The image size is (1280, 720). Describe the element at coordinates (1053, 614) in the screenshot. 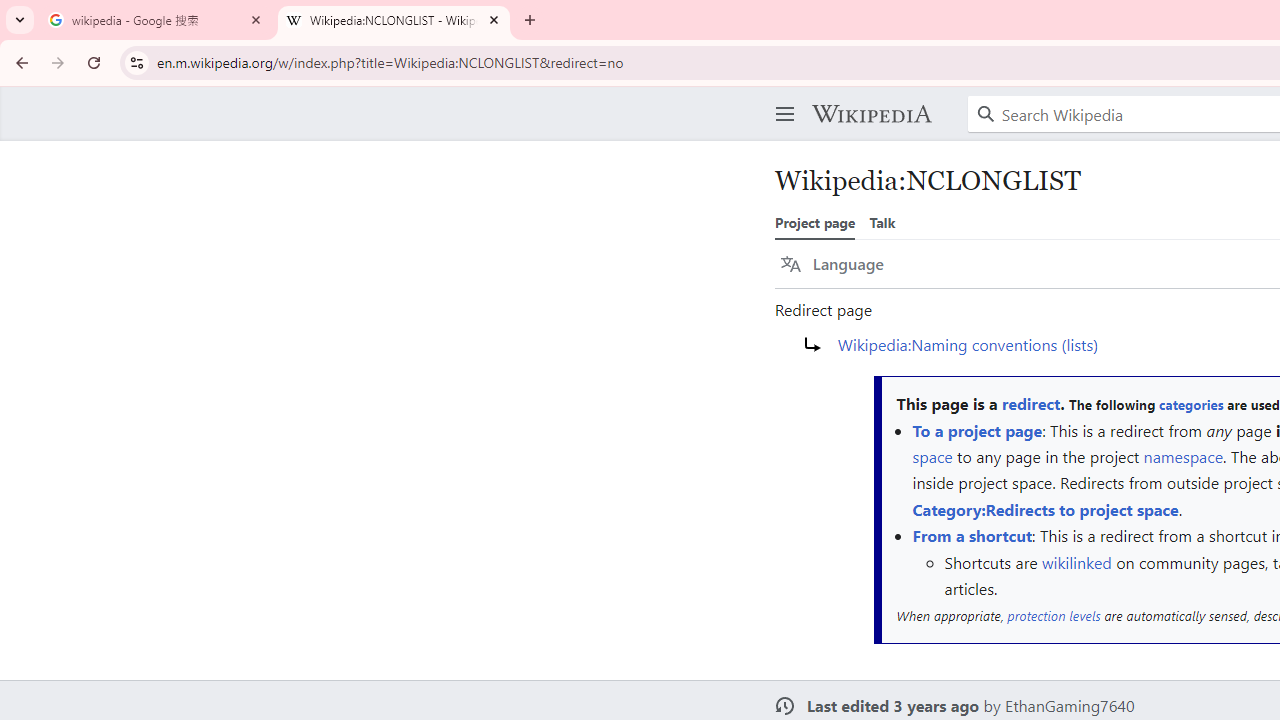

I see `'protection levels'` at that location.